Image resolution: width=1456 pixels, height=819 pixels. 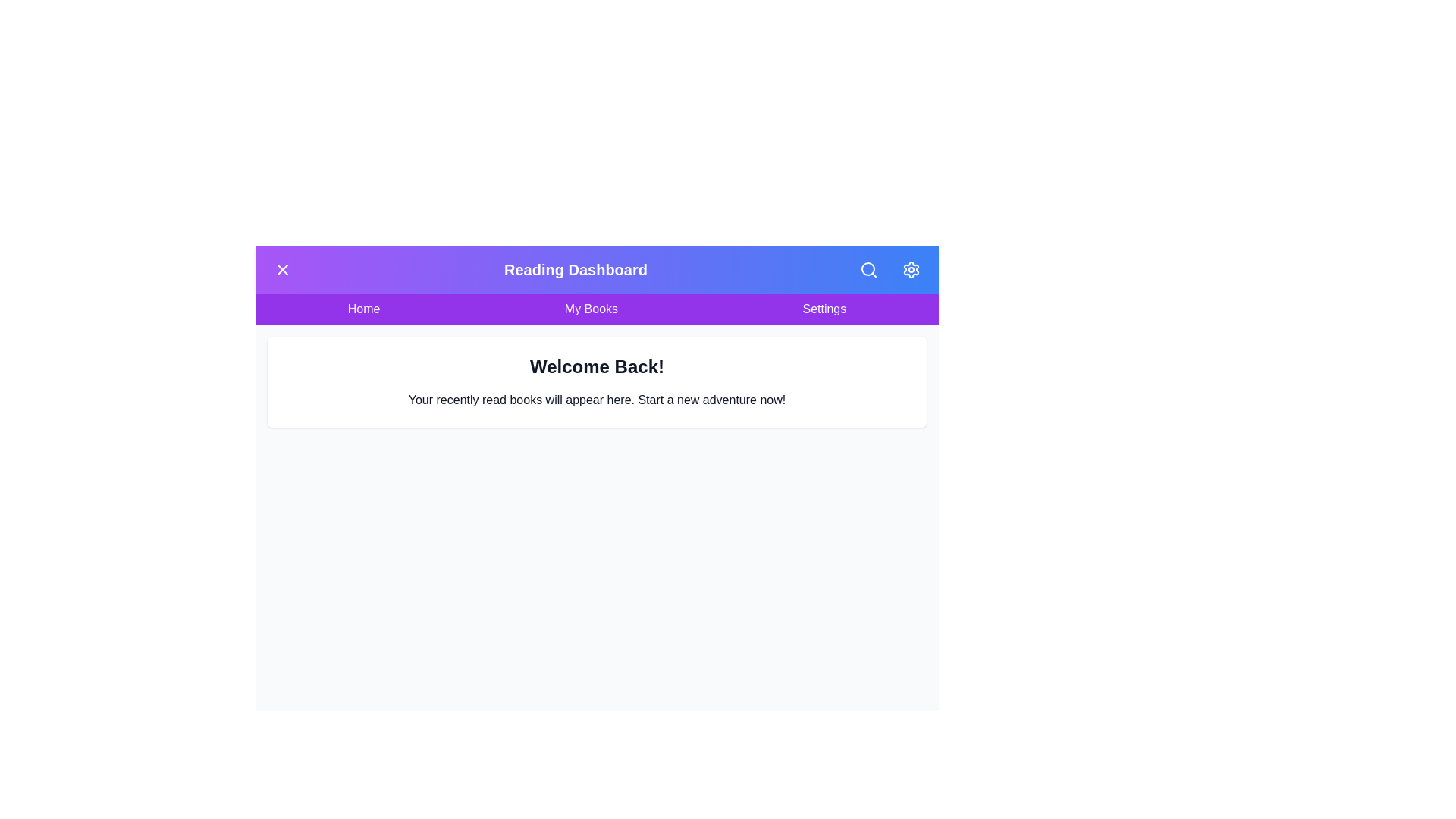 I want to click on the navigation link Settings to navigate to the respective section, so click(x=823, y=309).